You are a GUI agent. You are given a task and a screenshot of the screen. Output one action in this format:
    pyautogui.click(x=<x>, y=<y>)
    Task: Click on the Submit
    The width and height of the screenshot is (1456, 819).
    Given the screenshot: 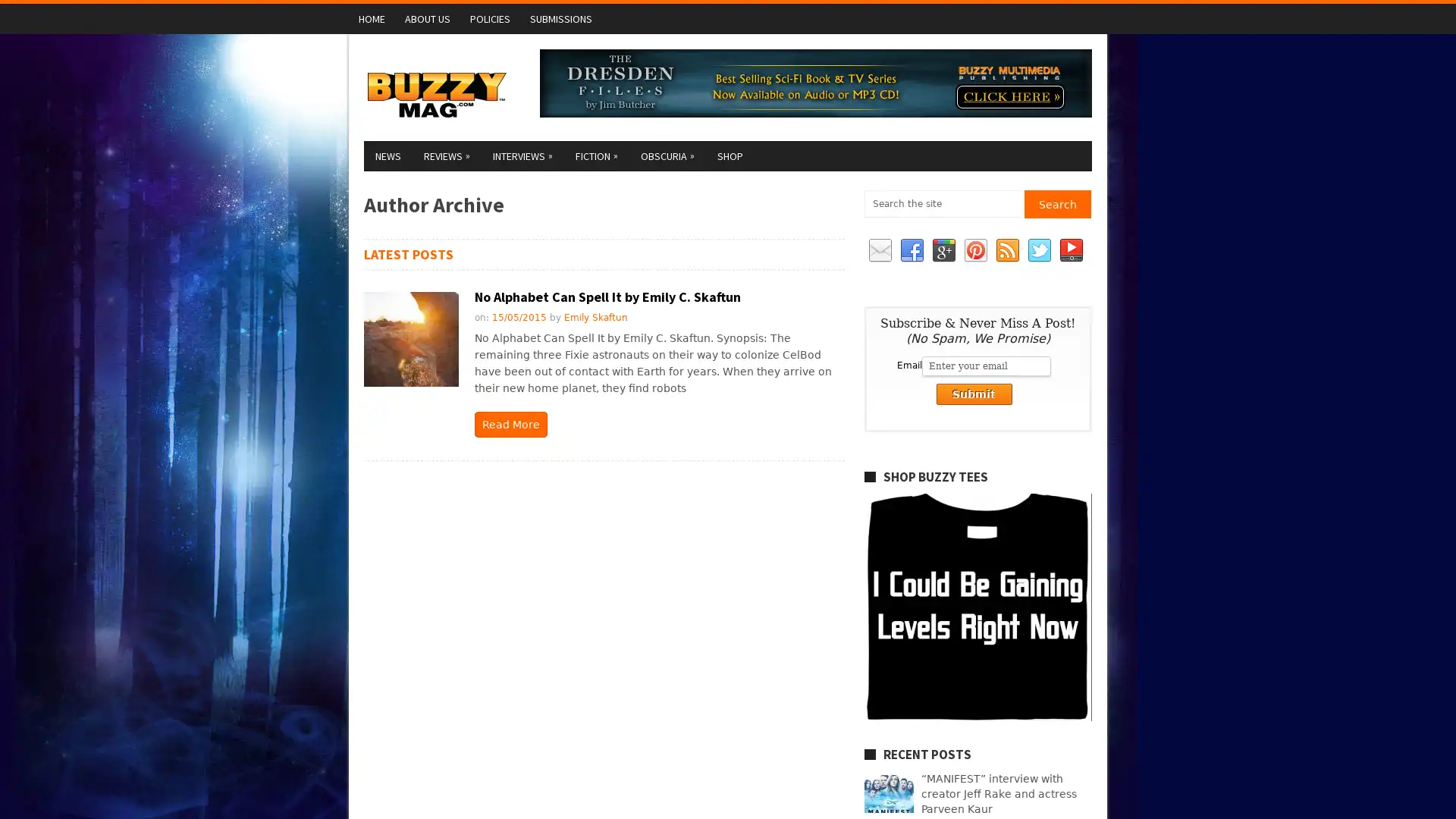 What is the action you would take?
    pyautogui.click(x=973, y=394)
    